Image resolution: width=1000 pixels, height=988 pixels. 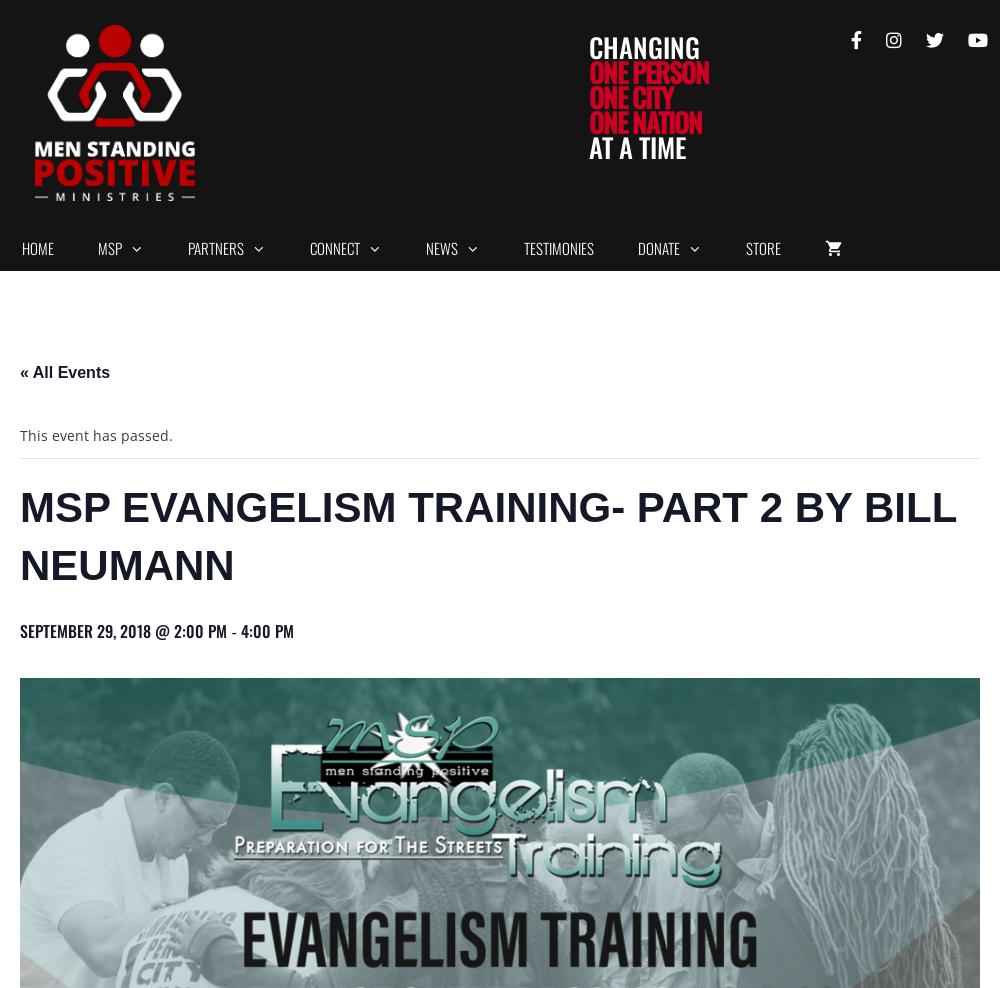 What do you see at coordinates (637, 146) in the screenshot?
I see `'At A Time'` at bounding box center [637, 146].